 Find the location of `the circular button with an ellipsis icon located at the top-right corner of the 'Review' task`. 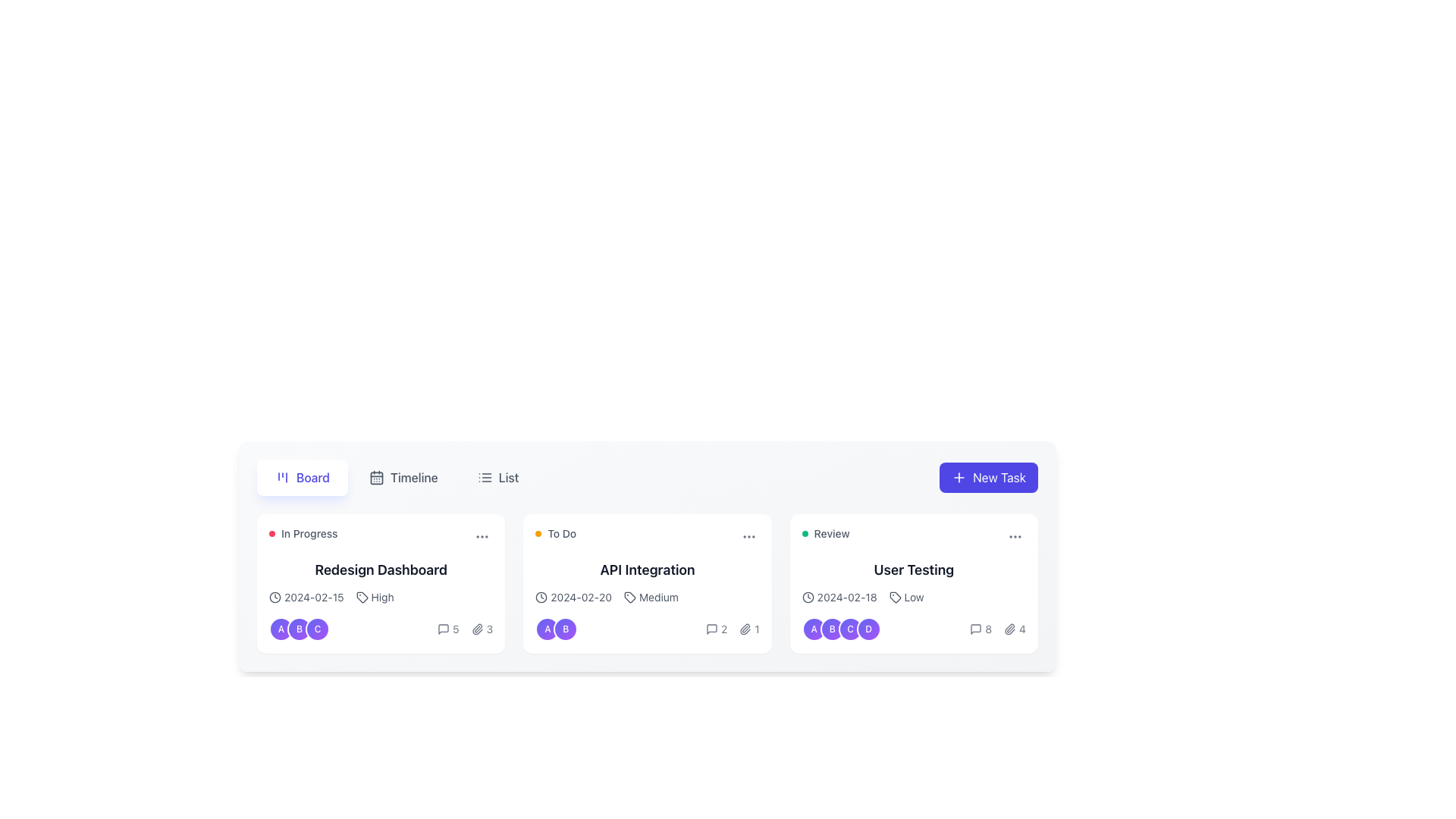

the circular button with an ellipsis icon located at the top-right corner of the 'Review' task is located at coordinates (1015, 536).